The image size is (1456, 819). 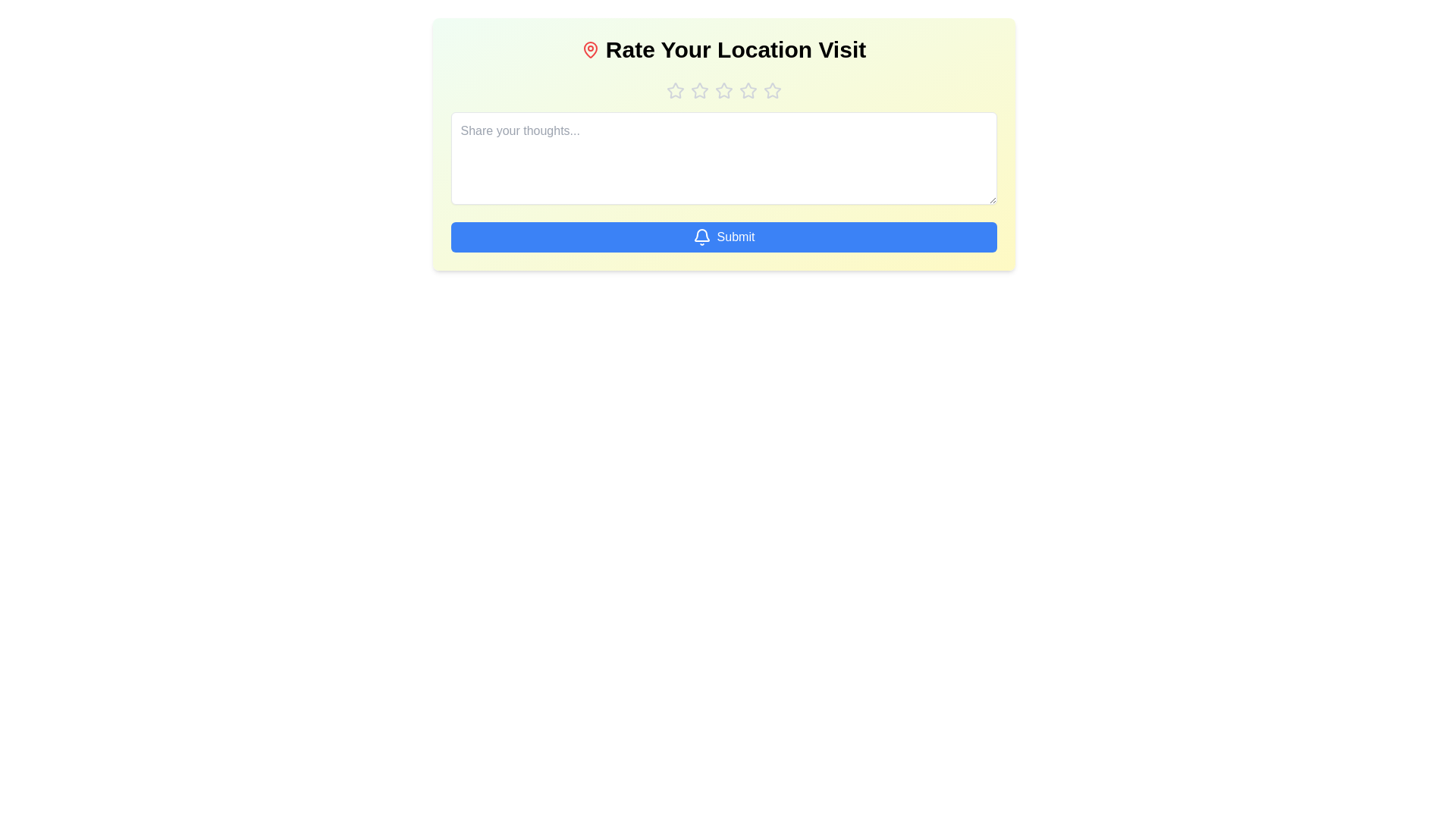 What do you see at coordinates (723, 90) in the screenshot?
I see `the star corresponding to 3 to preview the rating effect` at bounding box center [723, 90].